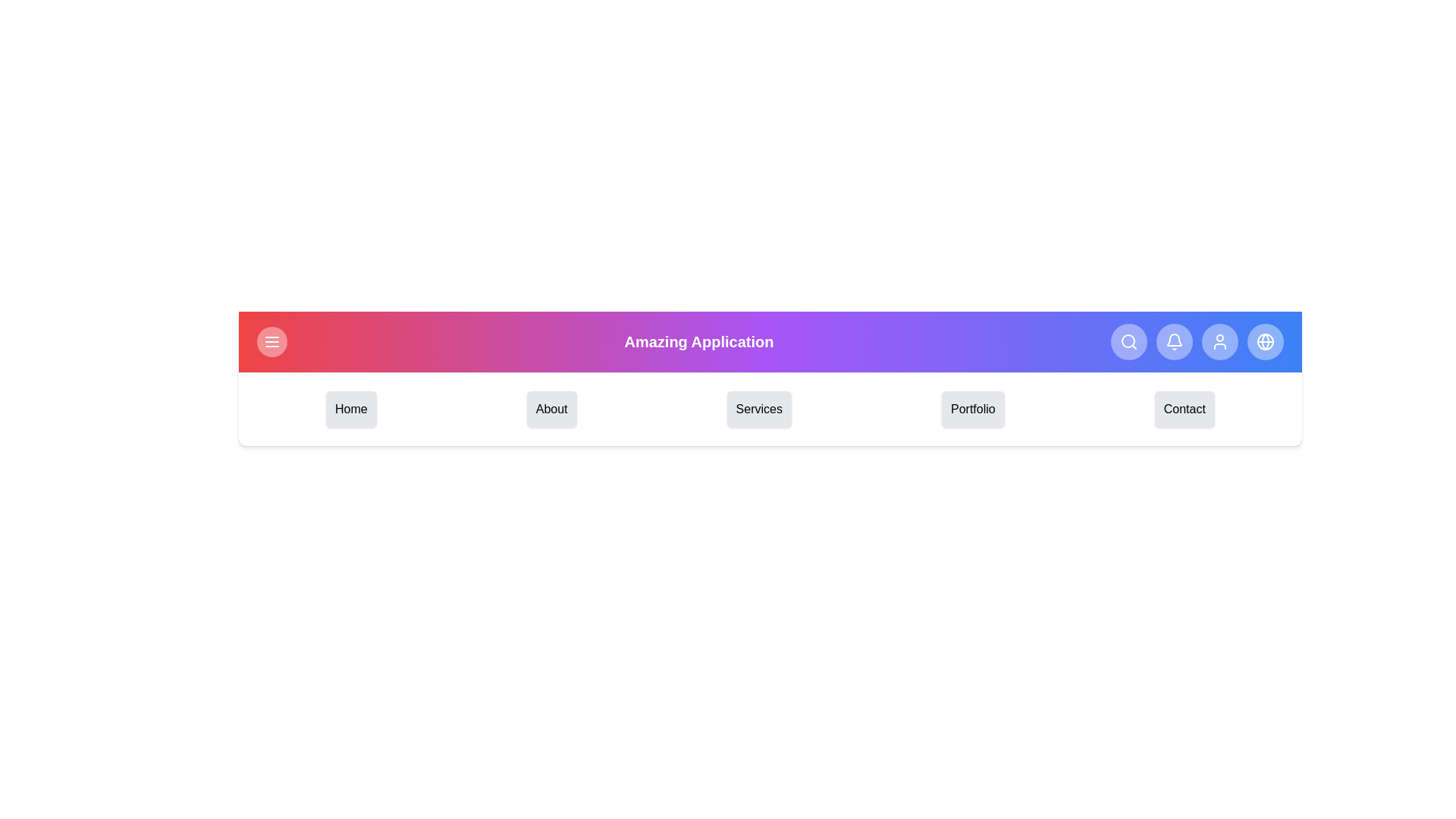 This screenshot has height=819, width=1456. What do you see at coordinates (698, 342) in the screenshot?
I see `the header title text labeled 'Amazing Application'` at bounding box center [698, 342].